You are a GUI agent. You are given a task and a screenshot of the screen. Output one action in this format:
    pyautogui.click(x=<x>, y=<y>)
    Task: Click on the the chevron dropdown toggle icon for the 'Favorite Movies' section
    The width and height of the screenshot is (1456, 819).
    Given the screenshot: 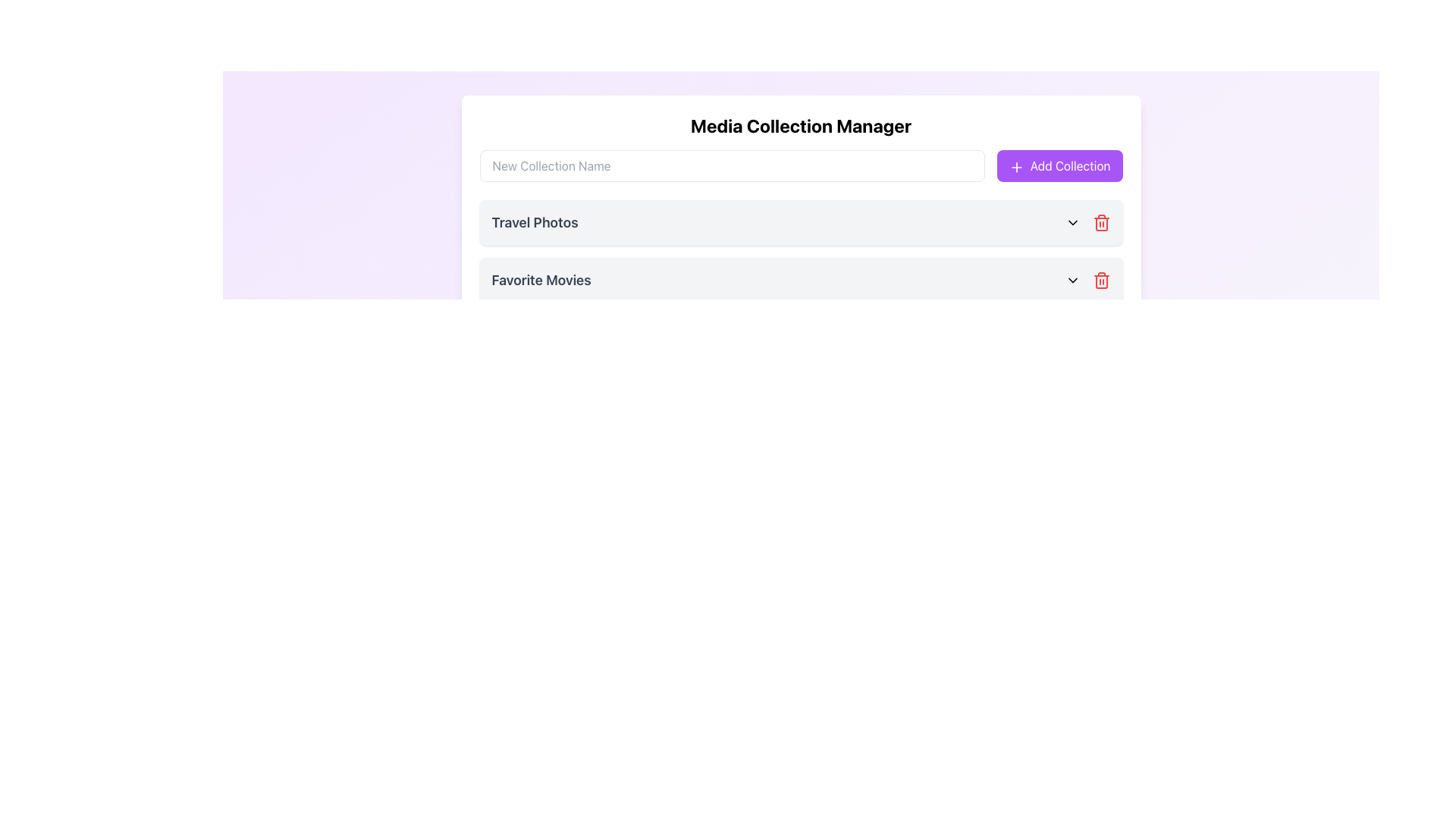 What is the action you would take?
    pyautogui.click(x=1072, y=281)
    